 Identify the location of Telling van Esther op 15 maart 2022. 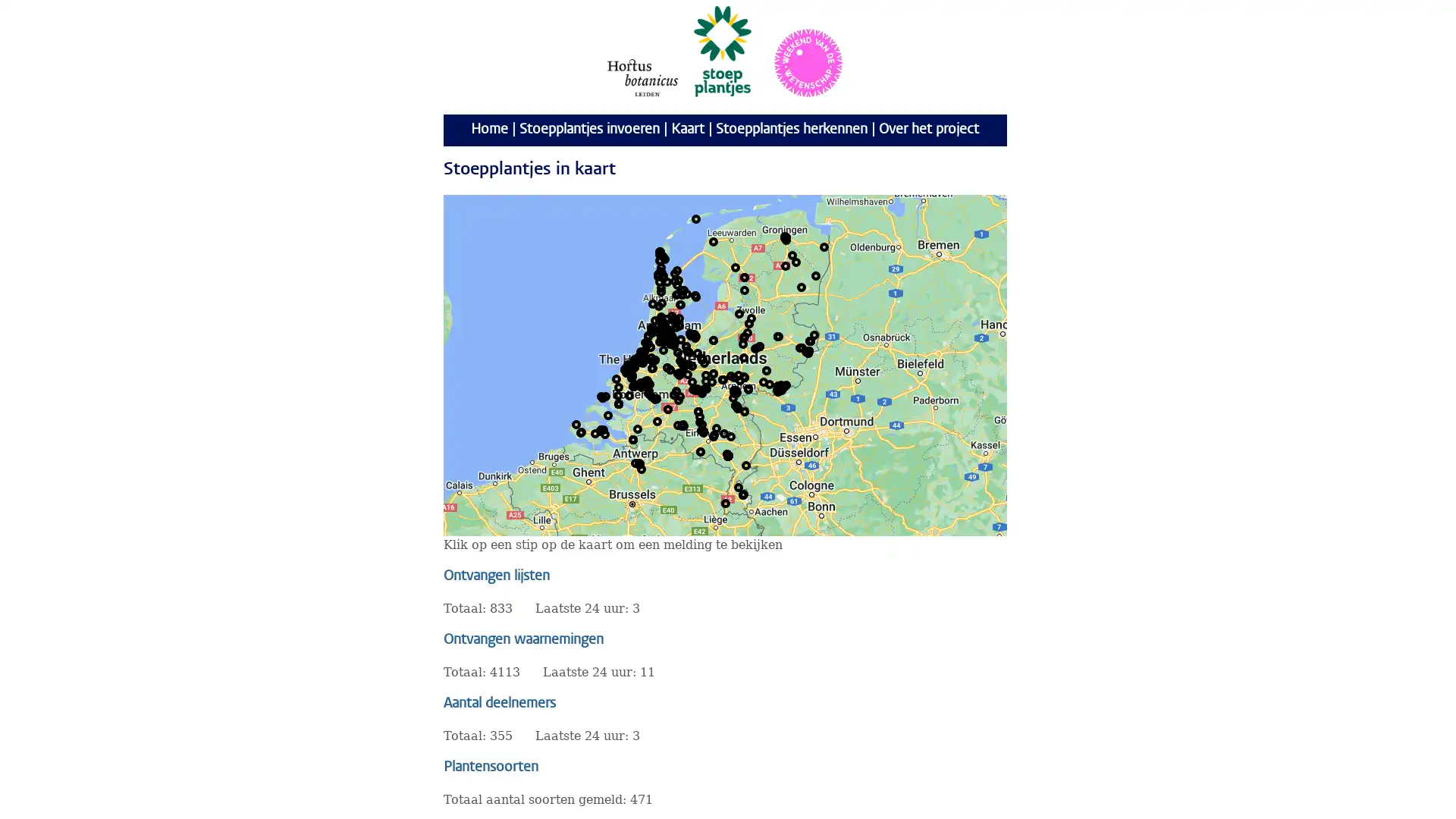
(644, 359).